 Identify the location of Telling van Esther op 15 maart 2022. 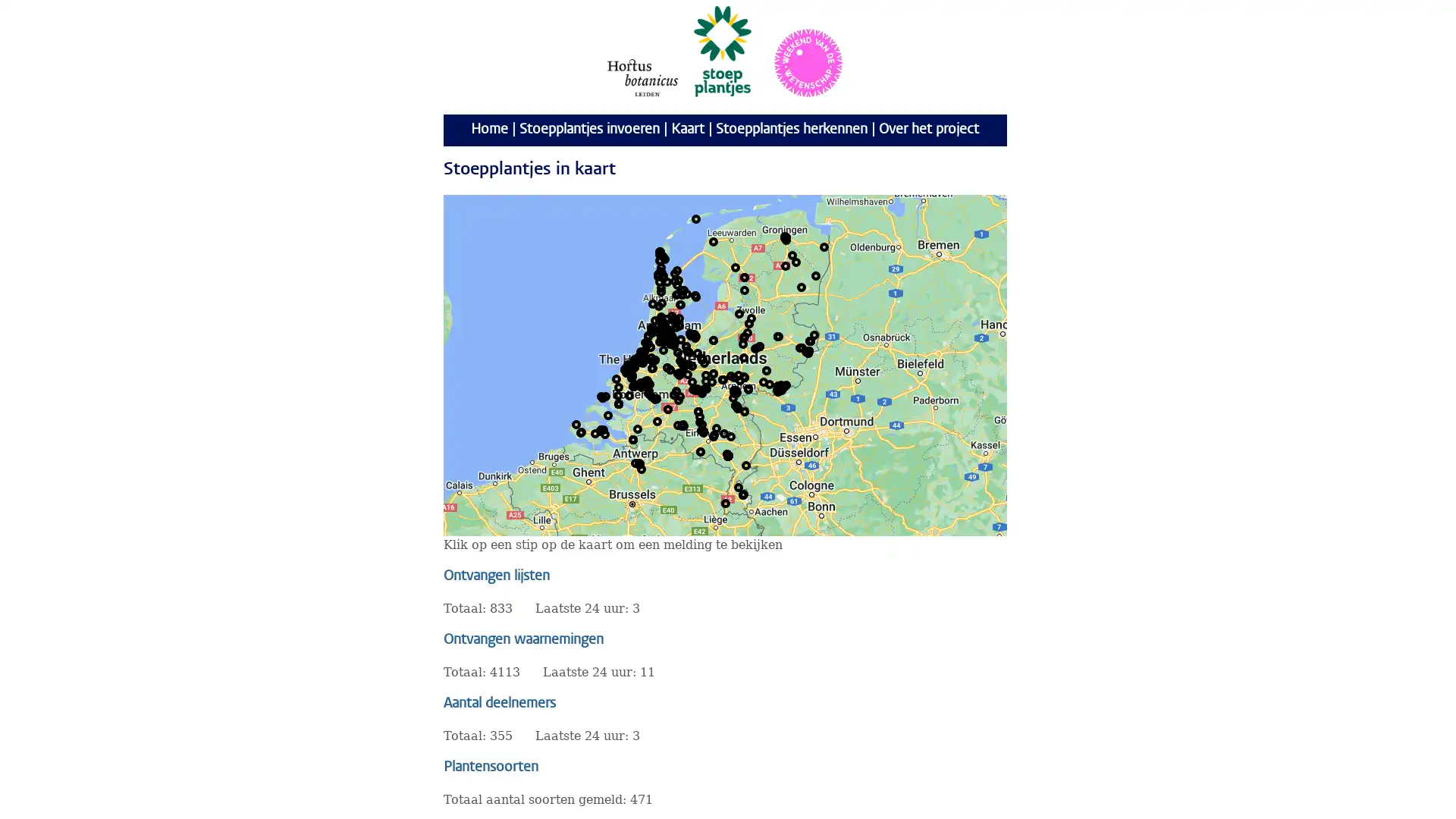
(644, 359).